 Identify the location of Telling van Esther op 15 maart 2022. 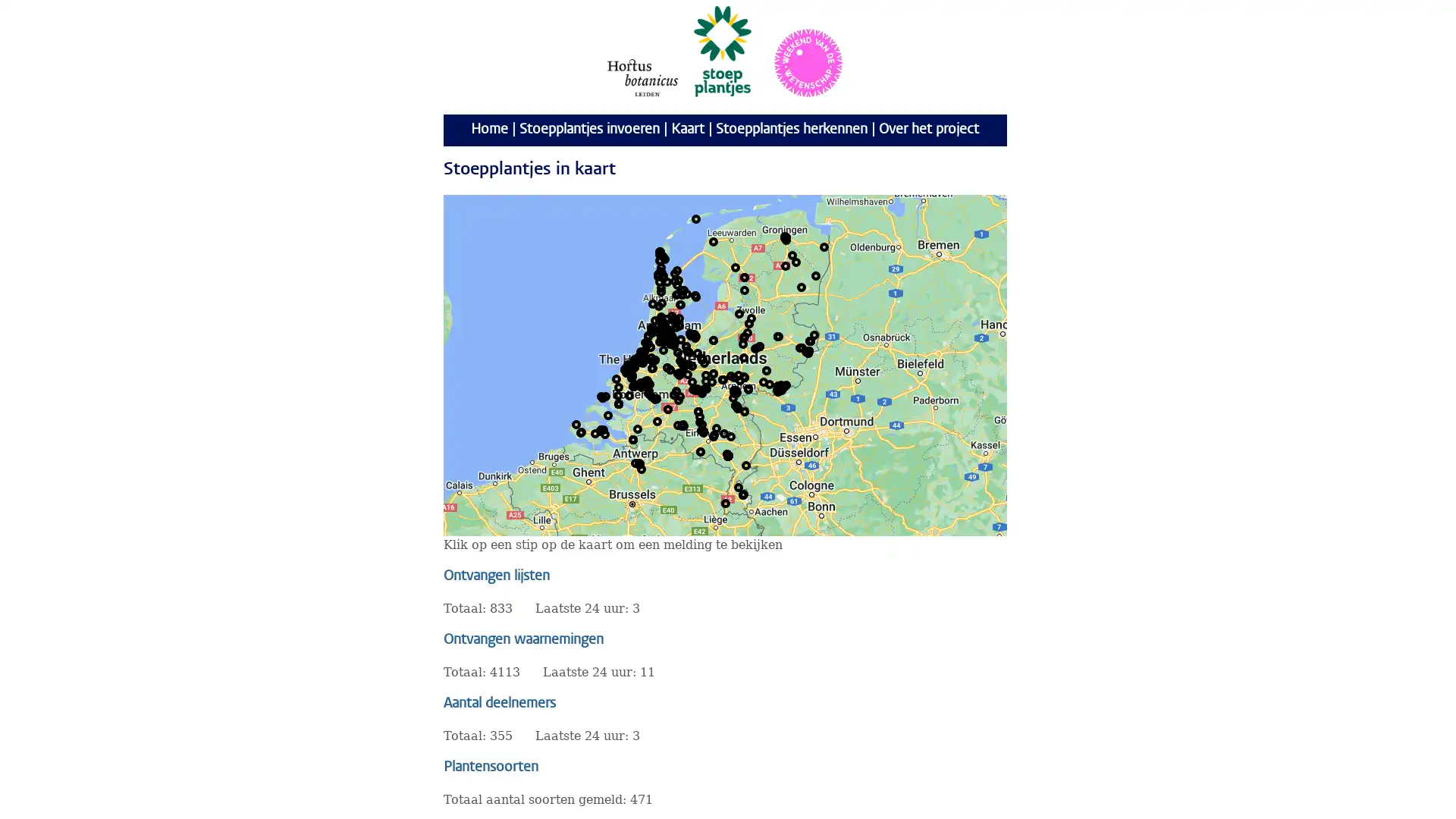
(644, 359).